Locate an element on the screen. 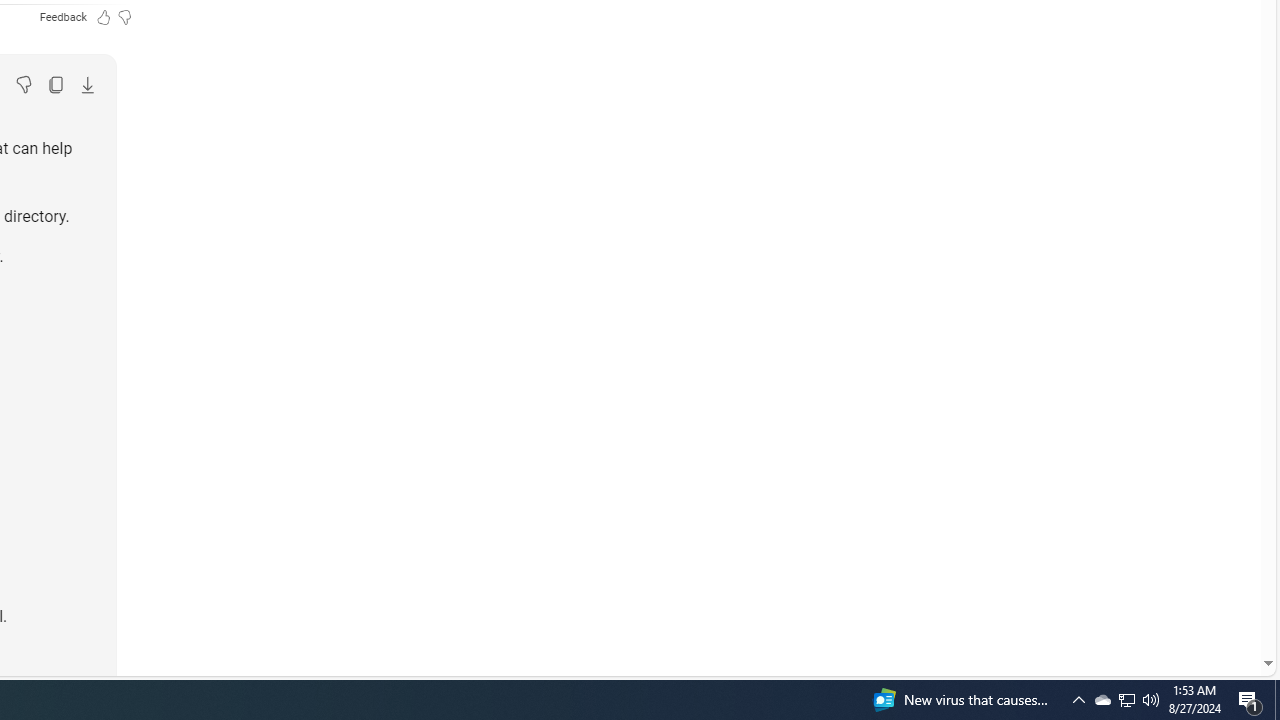 The height and width of the screenshot is (720, 1280). 'Copy' is located at coordinates (55, 83).